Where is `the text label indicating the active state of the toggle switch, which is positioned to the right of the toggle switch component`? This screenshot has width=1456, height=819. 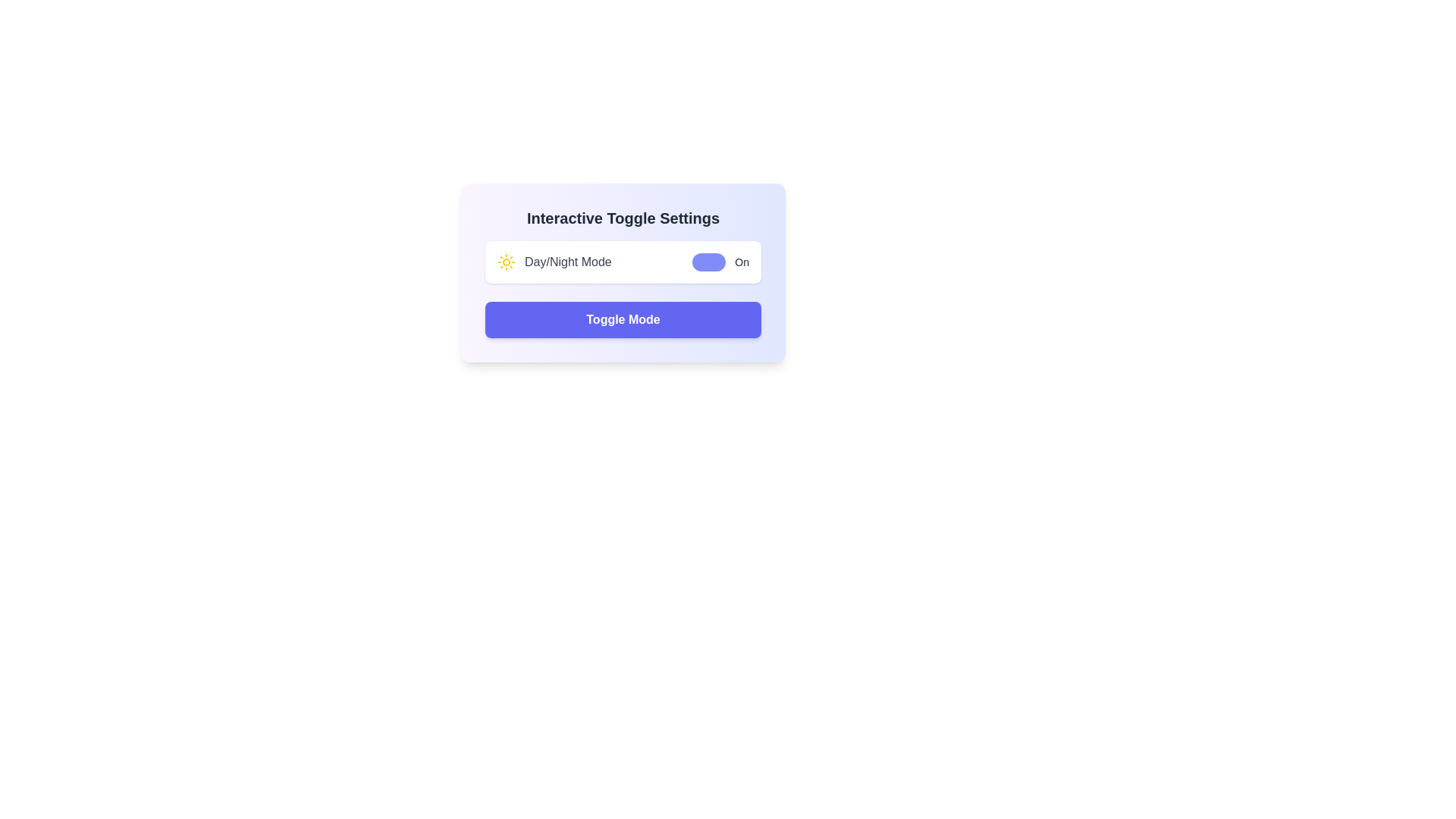 the text label indicating the active state of the toggle switch, which is positioned to the right of the toggle switch component is located at coordinates (742, 262).